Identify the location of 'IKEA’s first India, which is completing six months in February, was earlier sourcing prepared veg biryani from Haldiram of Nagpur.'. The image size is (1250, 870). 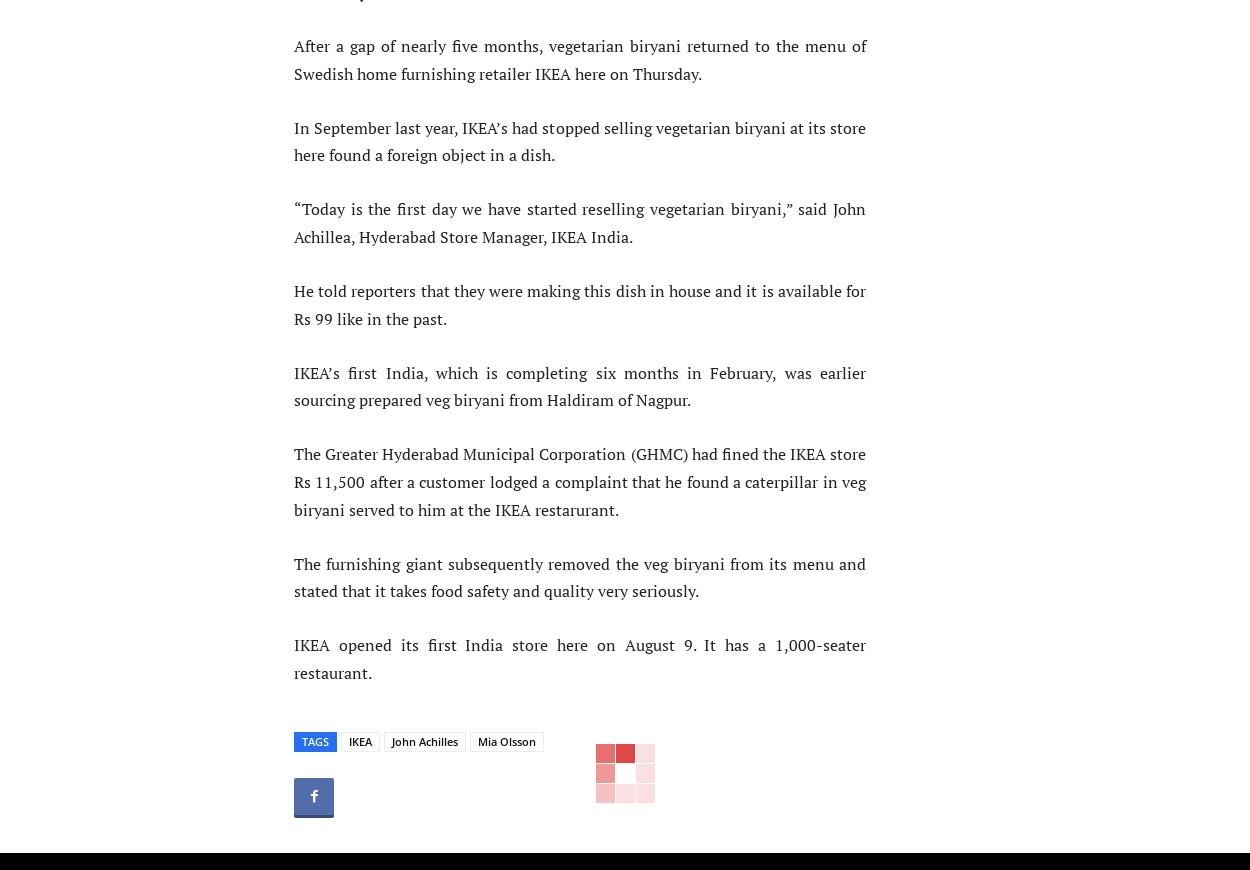
(579, 386).